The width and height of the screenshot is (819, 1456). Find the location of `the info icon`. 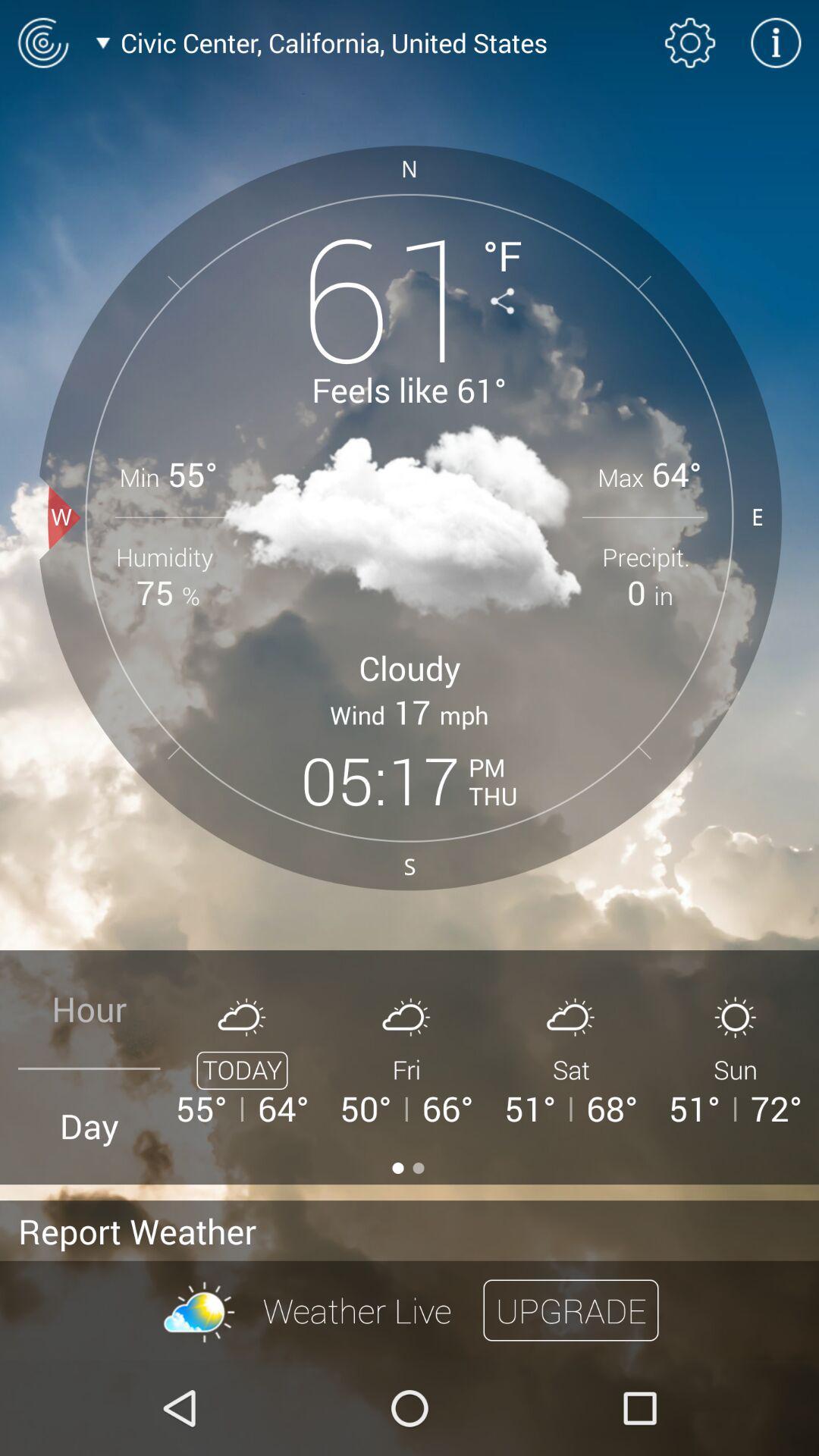

the info icon is located at coordinates (776, 42).